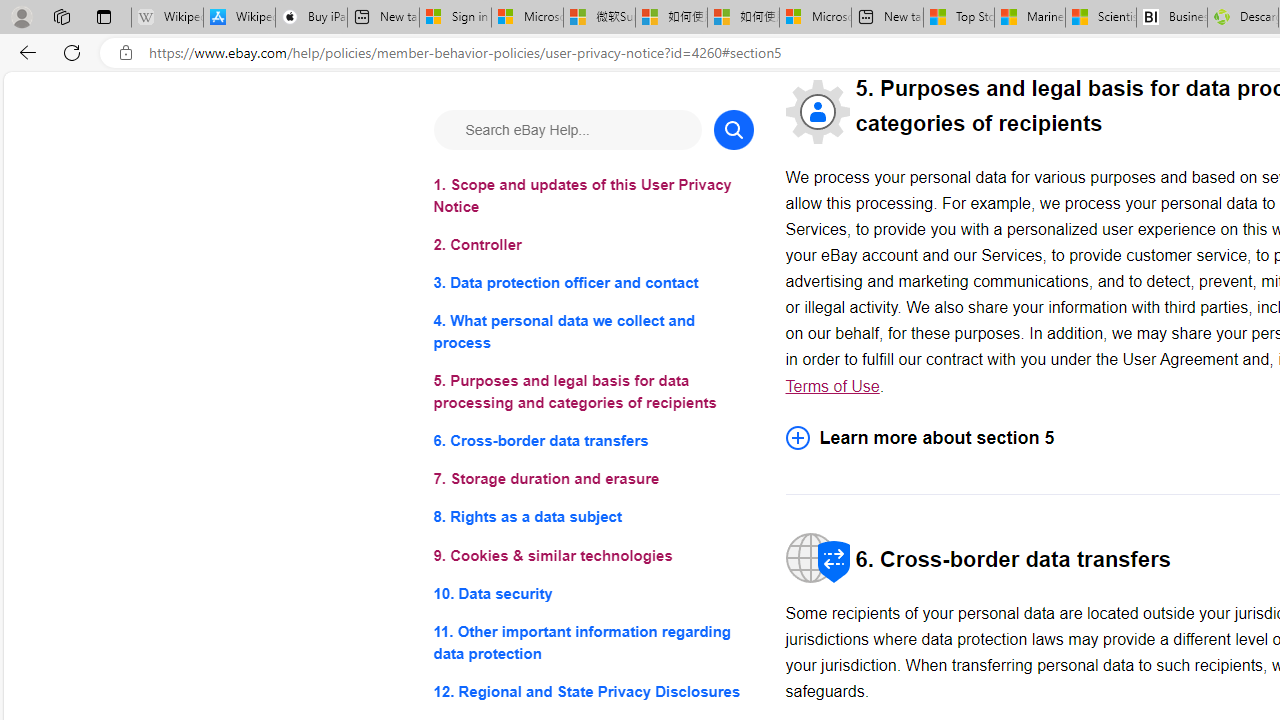 This screenshot has height=720, width=1280. What do you see at coordinates (592, 440) in the screenshot?
I see `'6. Cross-border data transfers'` at bounding box center [592, 440].